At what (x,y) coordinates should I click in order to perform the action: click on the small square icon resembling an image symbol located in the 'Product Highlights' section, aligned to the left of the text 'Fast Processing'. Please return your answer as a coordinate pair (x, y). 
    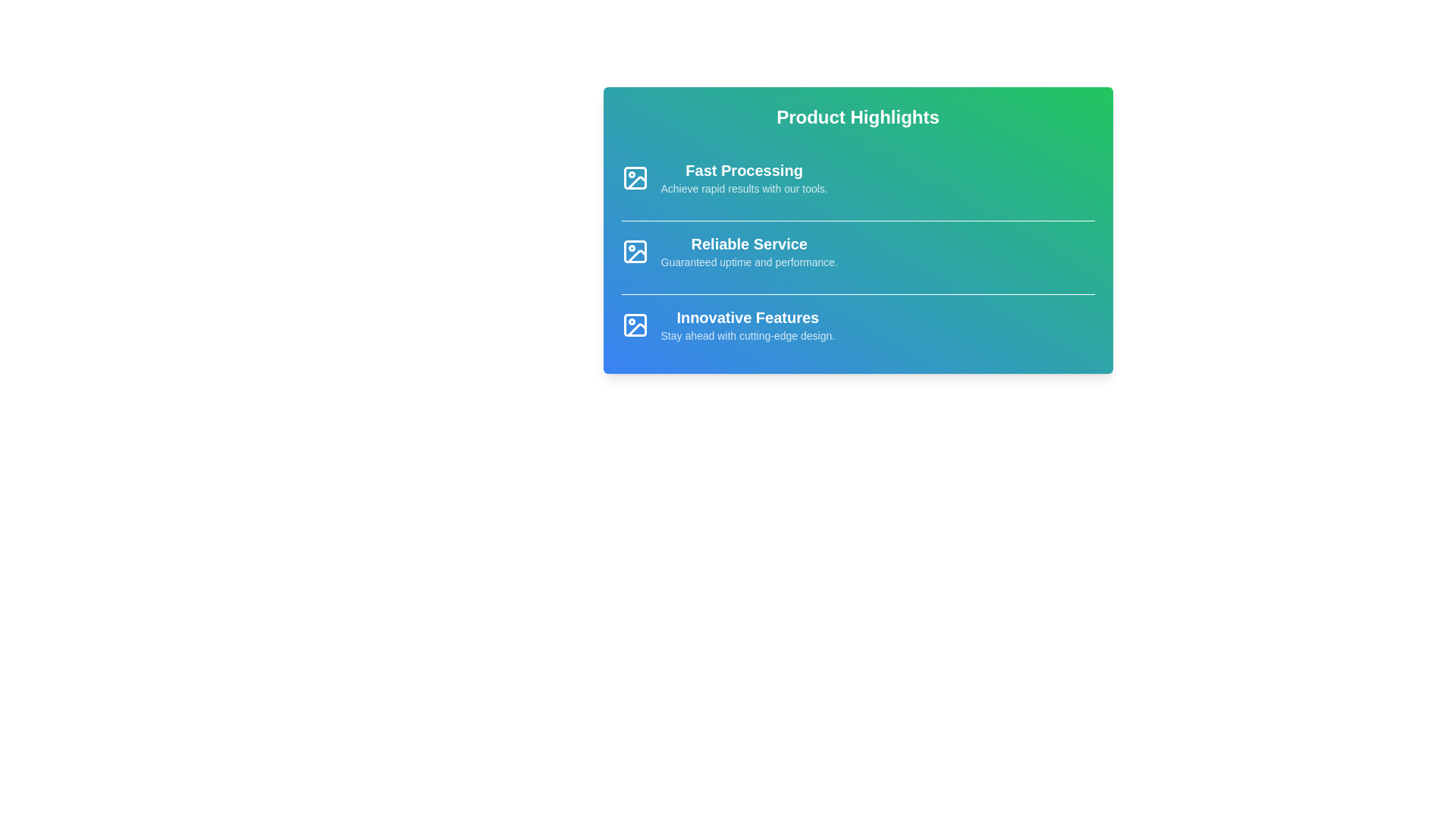
    Looking at the image, I should click on (635, 177).